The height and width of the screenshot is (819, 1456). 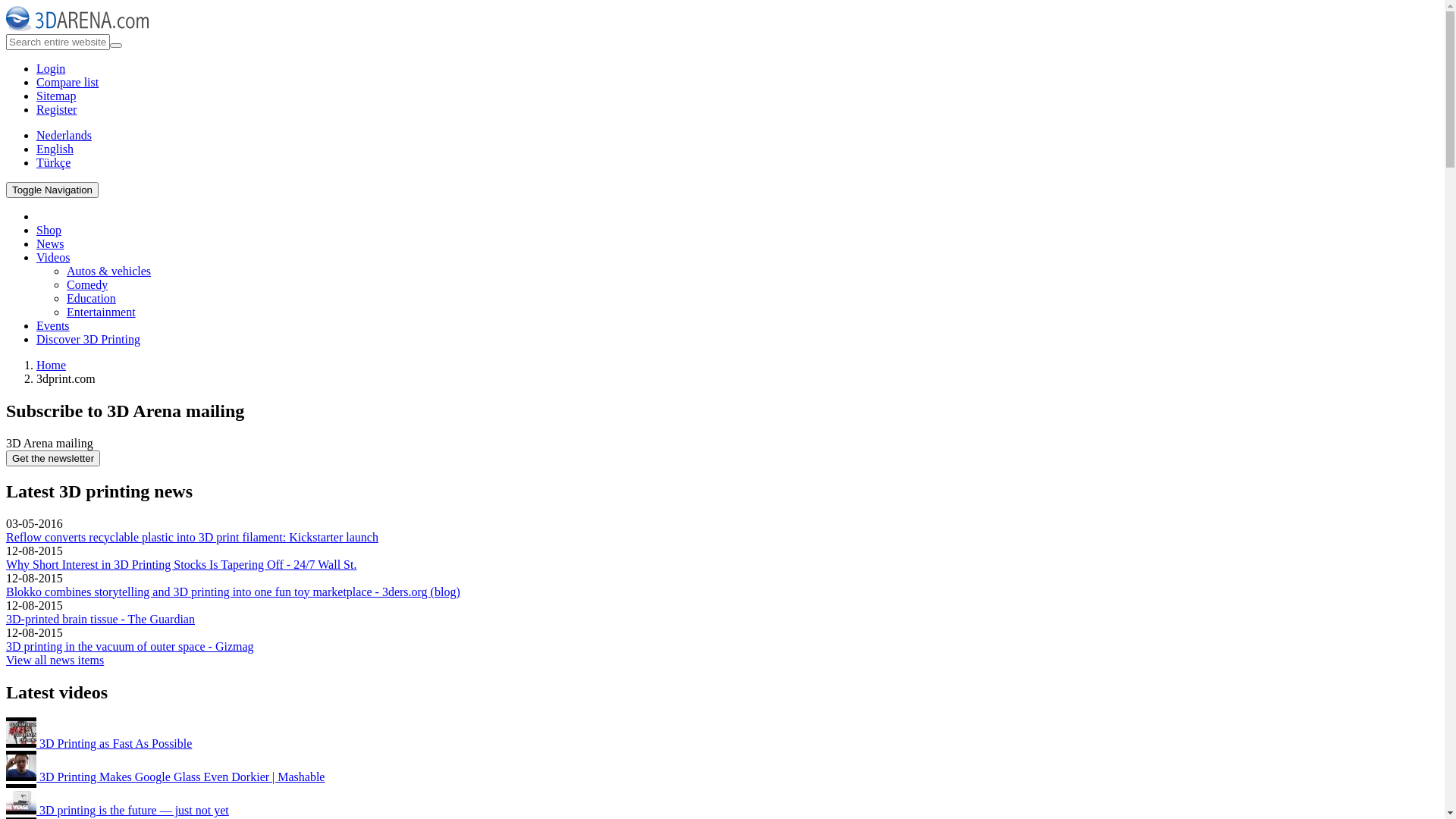 What do you see at coordinates (100, 311) in the screenshot?
I see `'Entertainment'` at bounding box center [100, 311].